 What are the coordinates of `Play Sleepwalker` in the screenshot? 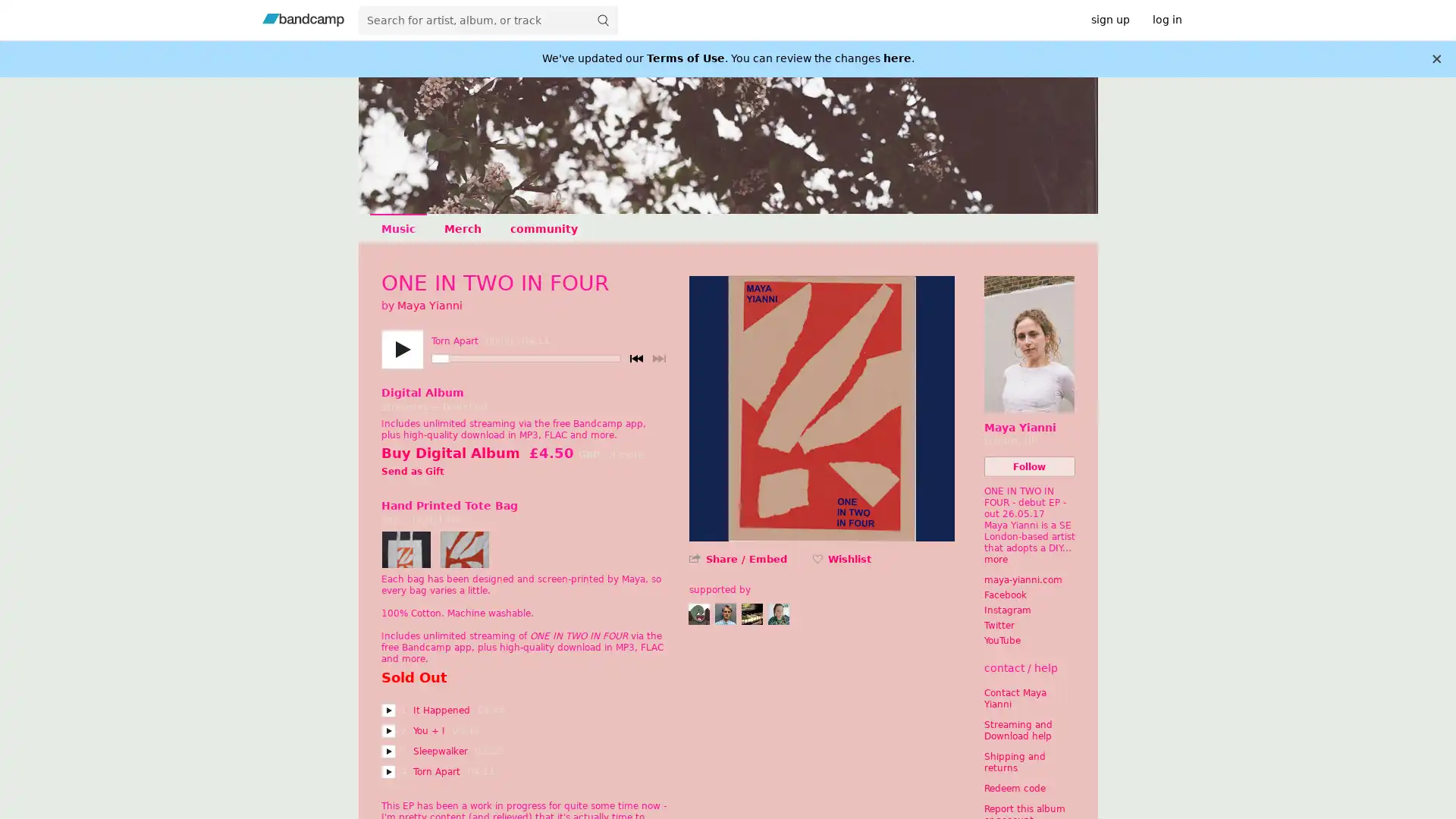 It's located at (388, 752).